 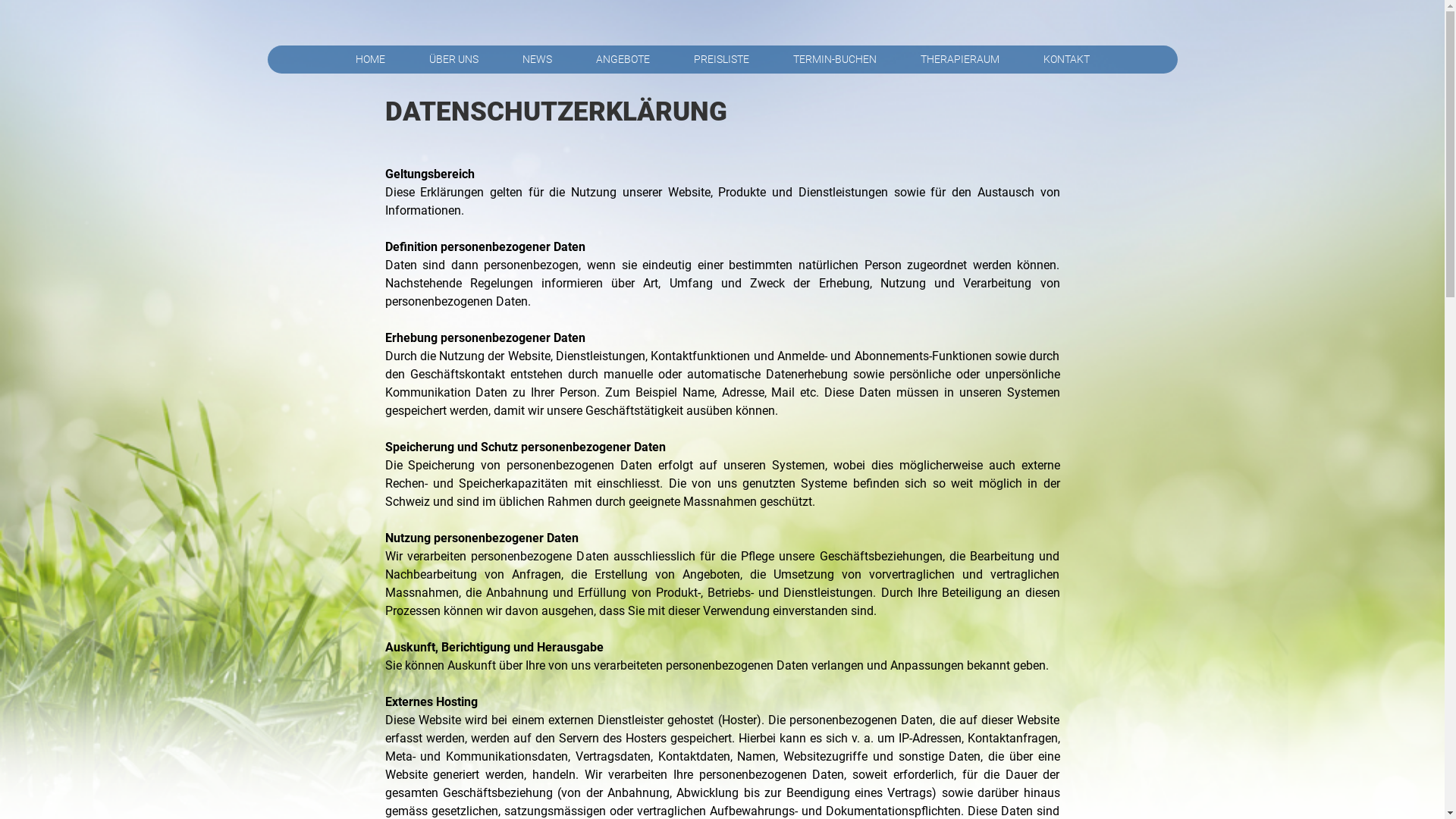 What do you see at coordinates (959, 58) in the screenshot?
I see `'THERAPIERAUM'` at bounding box center [959, 58].